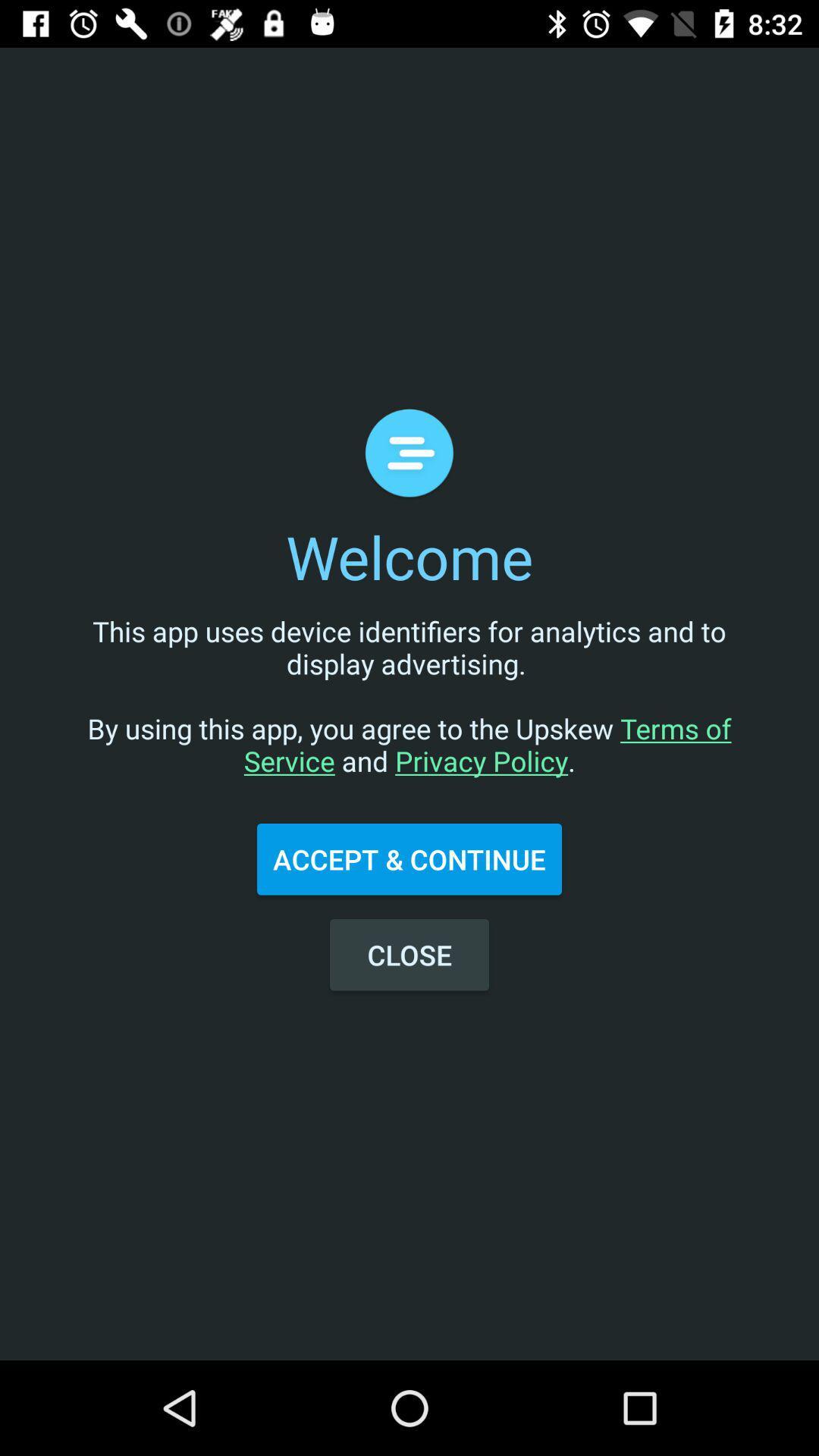 The image size is (819, 1456). Describe the element at coordinates (409, 711) in the screenshot. I see `the this app uses` at that location.